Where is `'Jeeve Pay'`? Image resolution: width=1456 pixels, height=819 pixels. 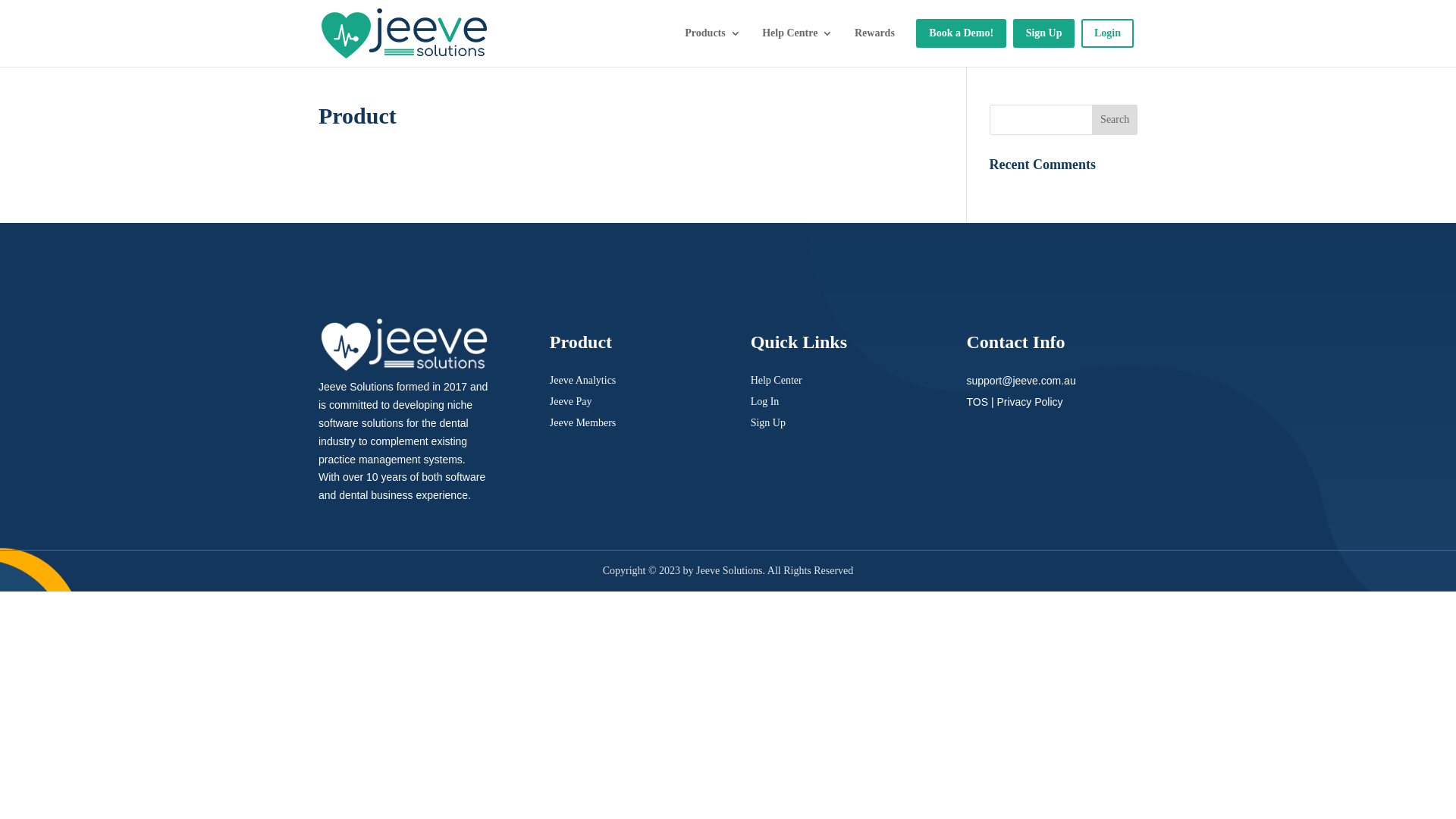
'Jeeve Pay' is located at coordinates (570, 400).